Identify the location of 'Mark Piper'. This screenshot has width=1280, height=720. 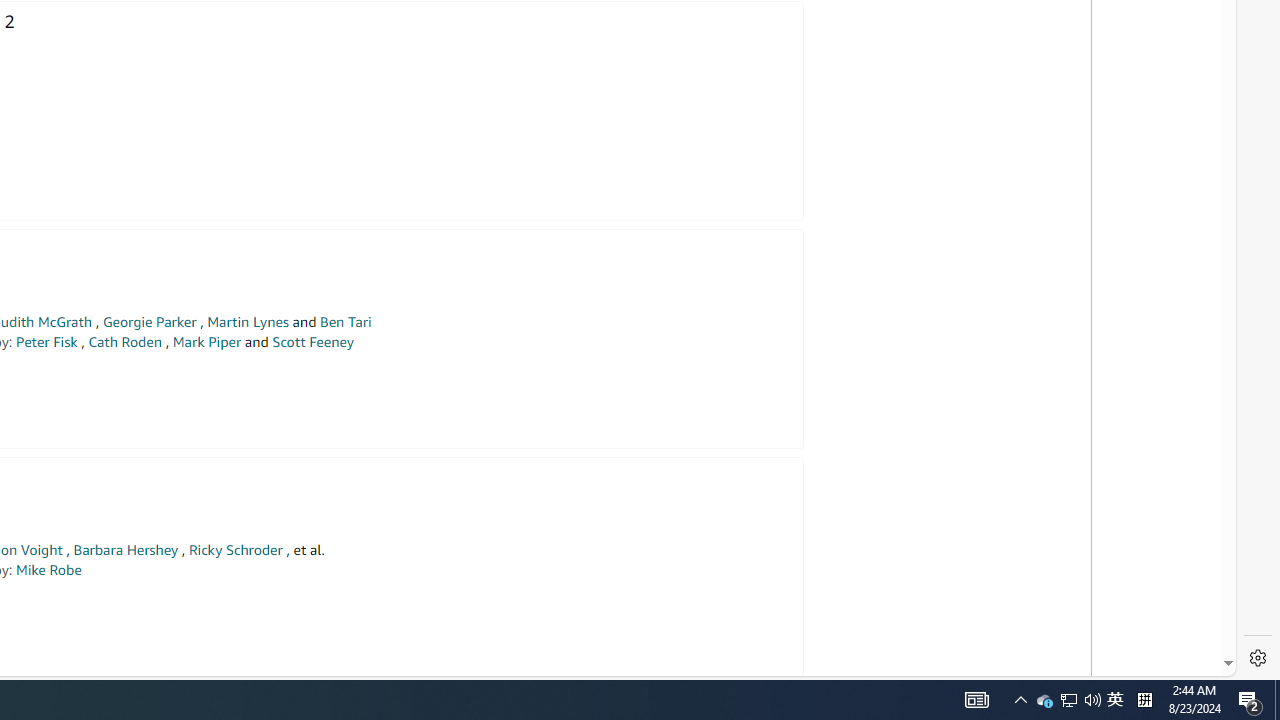
(206, 341).